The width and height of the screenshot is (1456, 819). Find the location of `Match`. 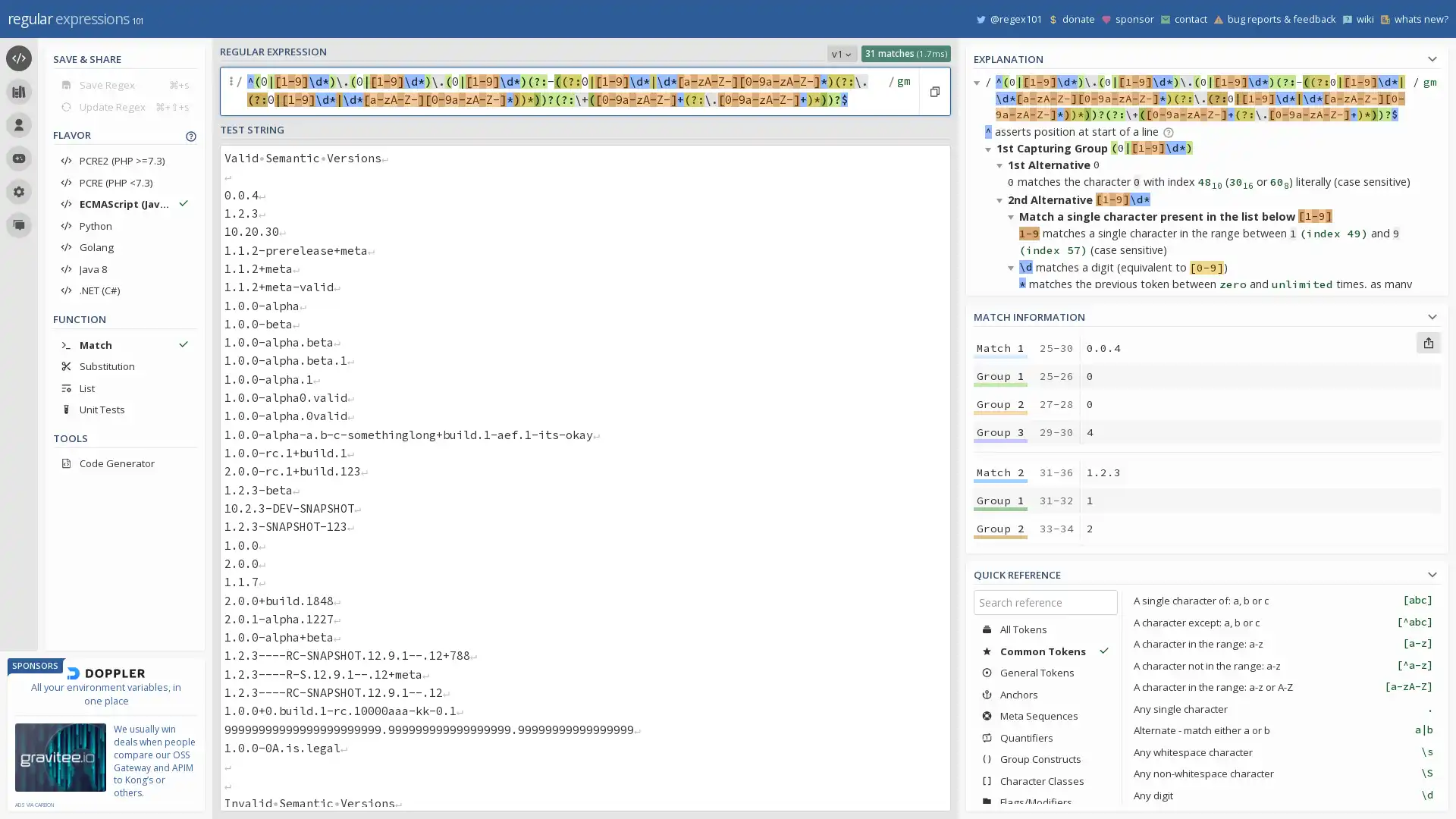

Match is located at coordinates (124, 344).